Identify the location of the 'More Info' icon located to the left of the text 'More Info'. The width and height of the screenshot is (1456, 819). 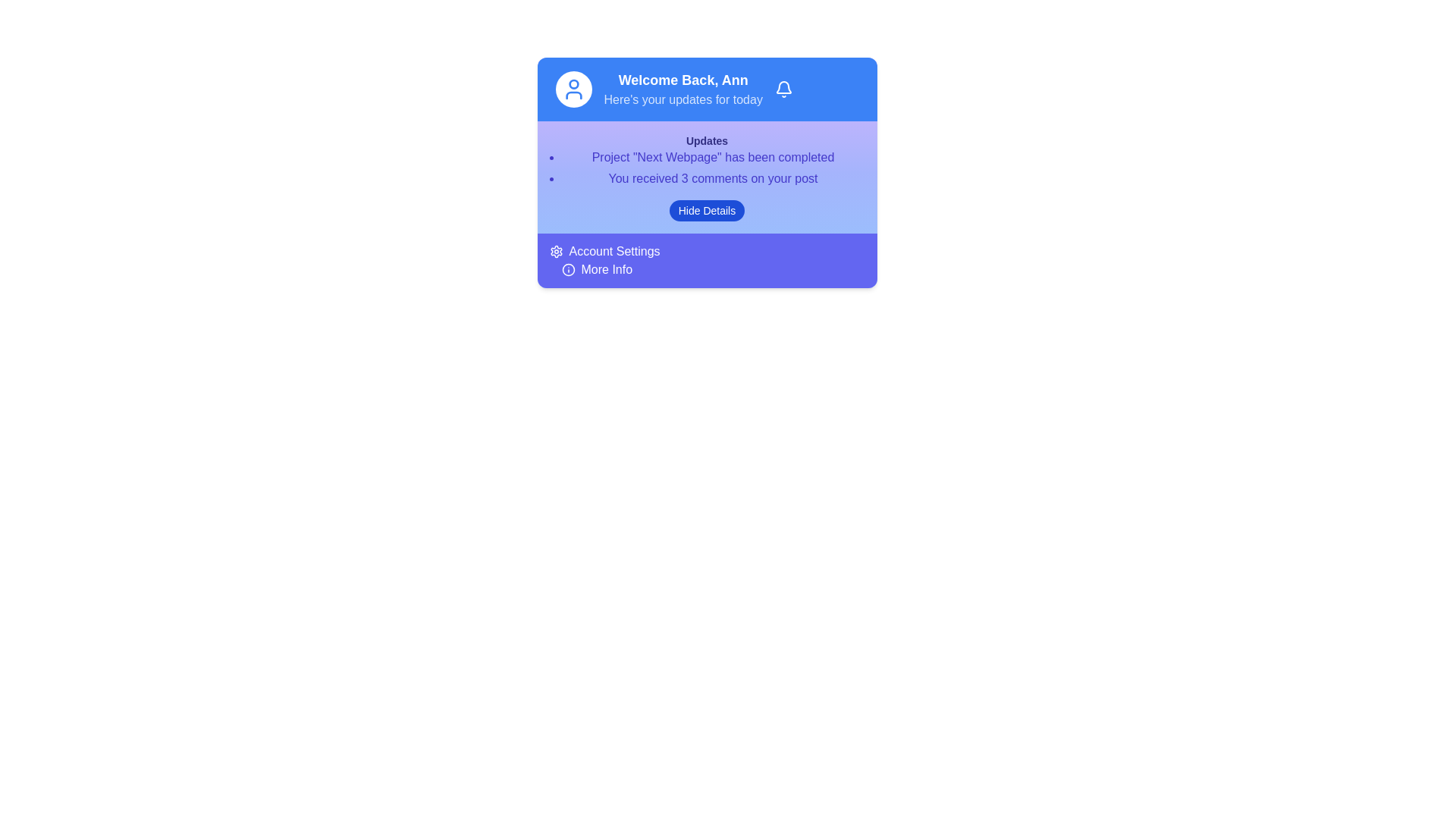
(567, 268).